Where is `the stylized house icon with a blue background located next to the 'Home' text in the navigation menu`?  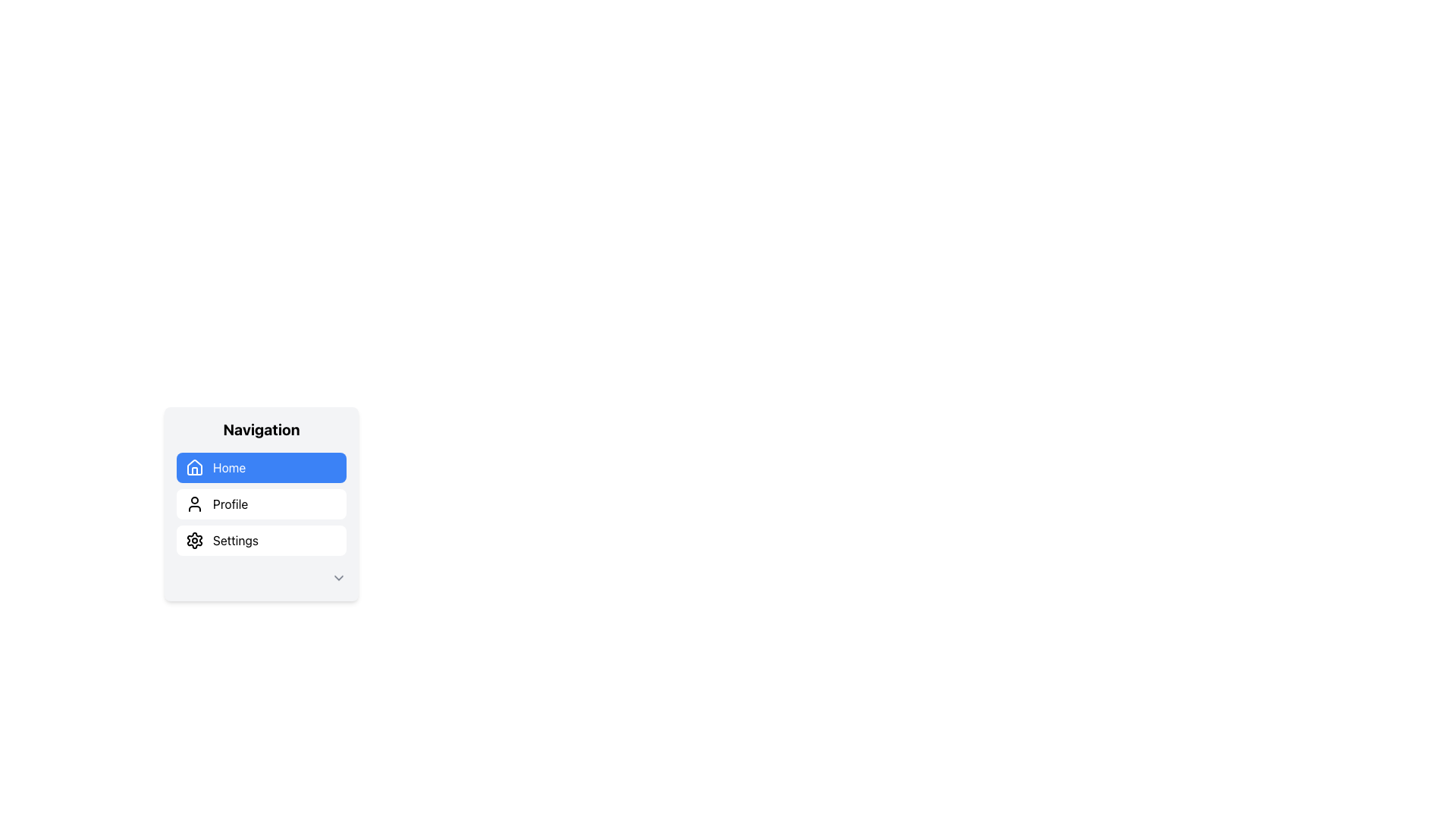 the stylized house icon with a blue background located next to the 'Home' text in the navigation menu is located at coordinates (194, 467).